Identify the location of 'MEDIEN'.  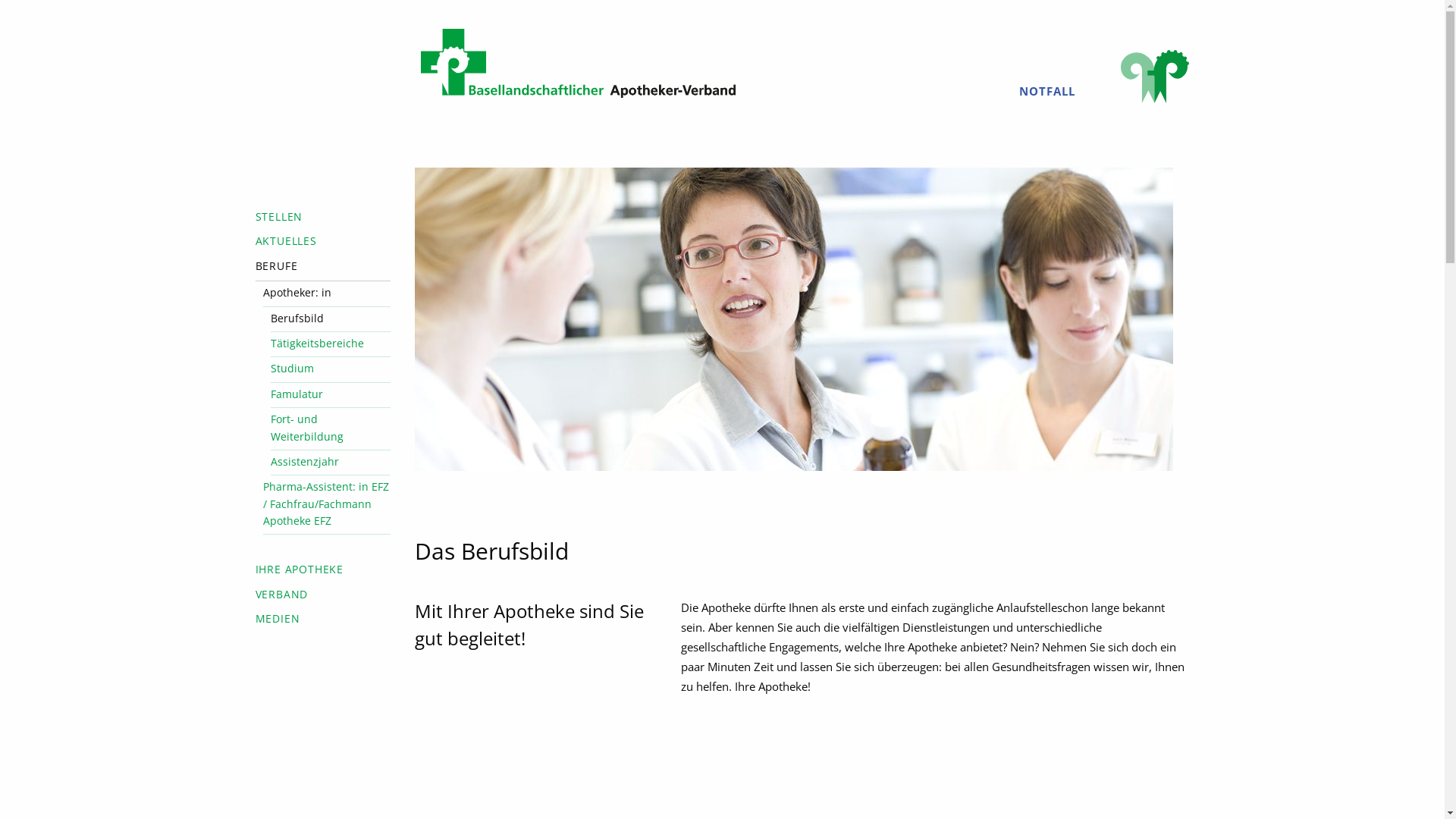
(255, 620).